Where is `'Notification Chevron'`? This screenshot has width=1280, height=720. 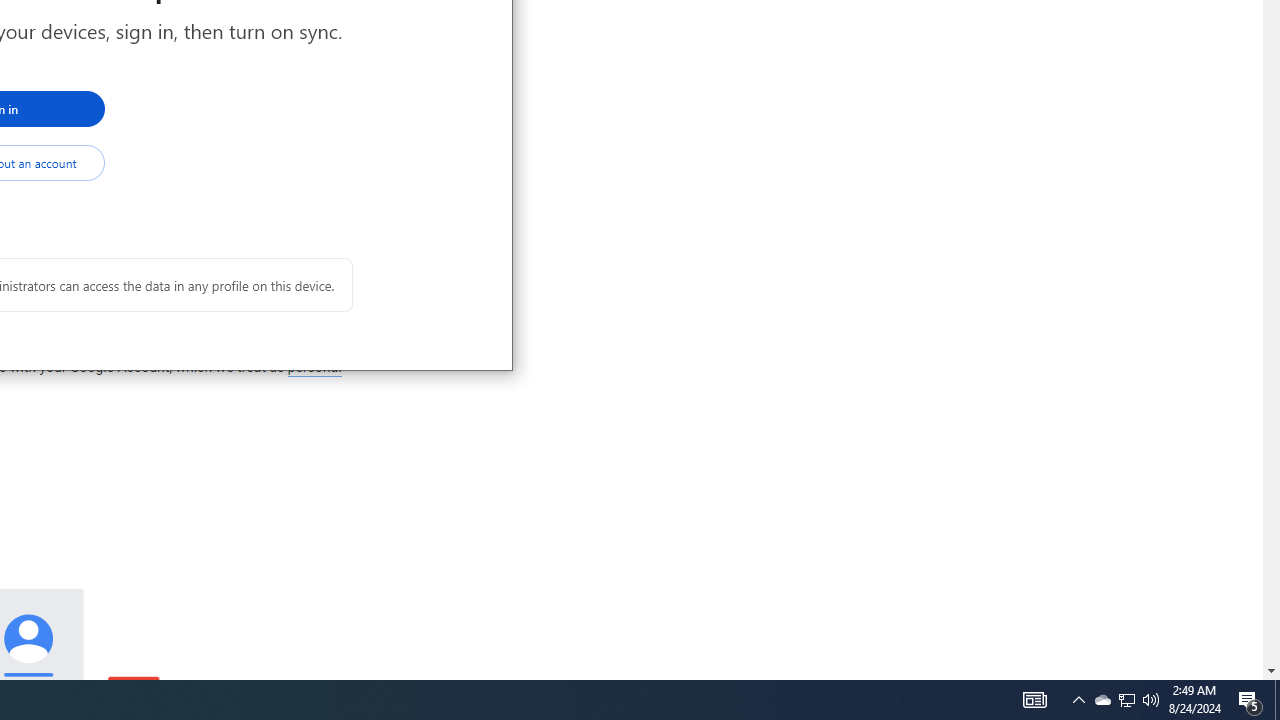 'Notification Chevron' is located at coordinates (1078, 698).